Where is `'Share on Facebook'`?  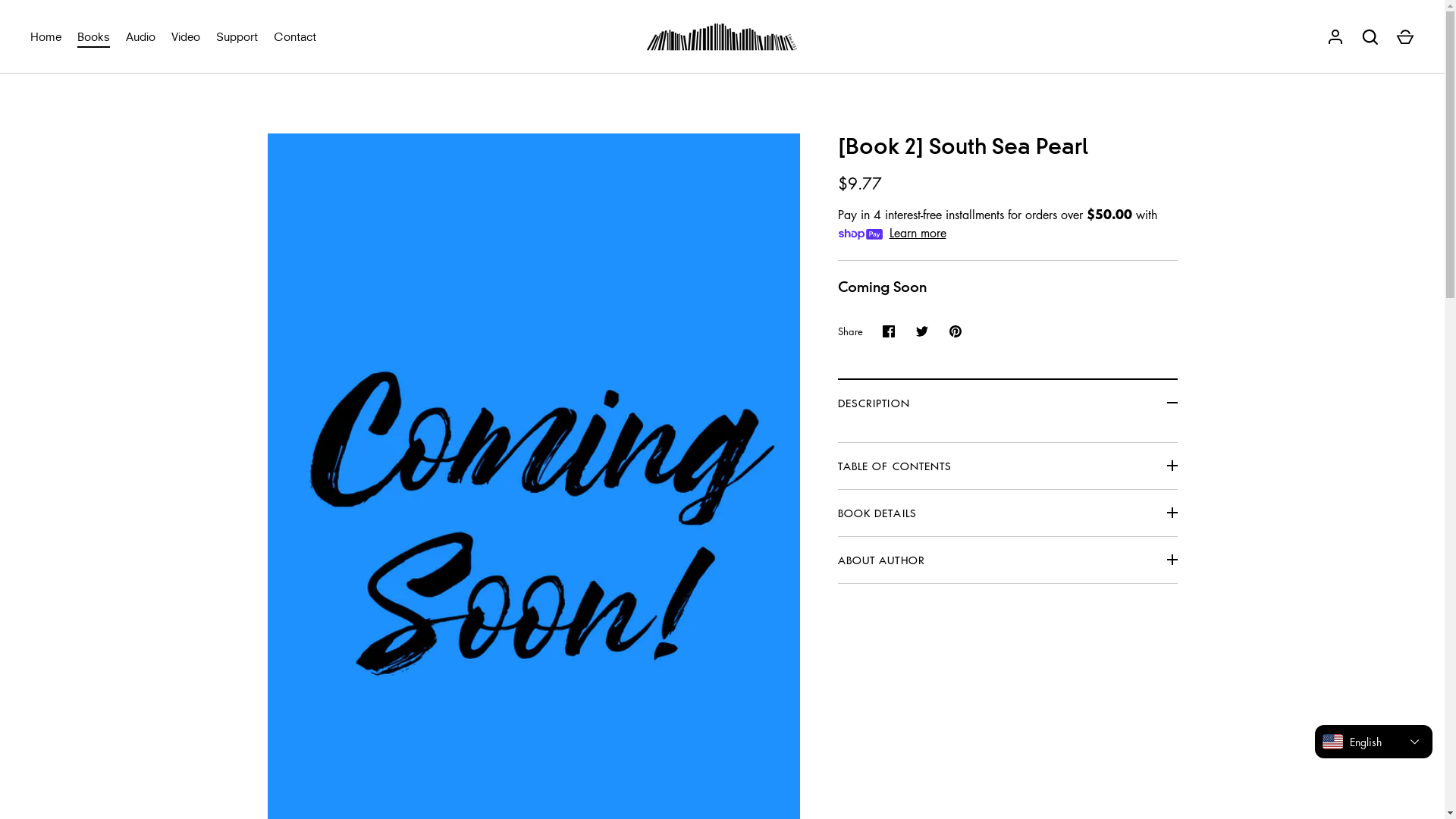 'Share on Facebook' is located at coordinates (872, 330).